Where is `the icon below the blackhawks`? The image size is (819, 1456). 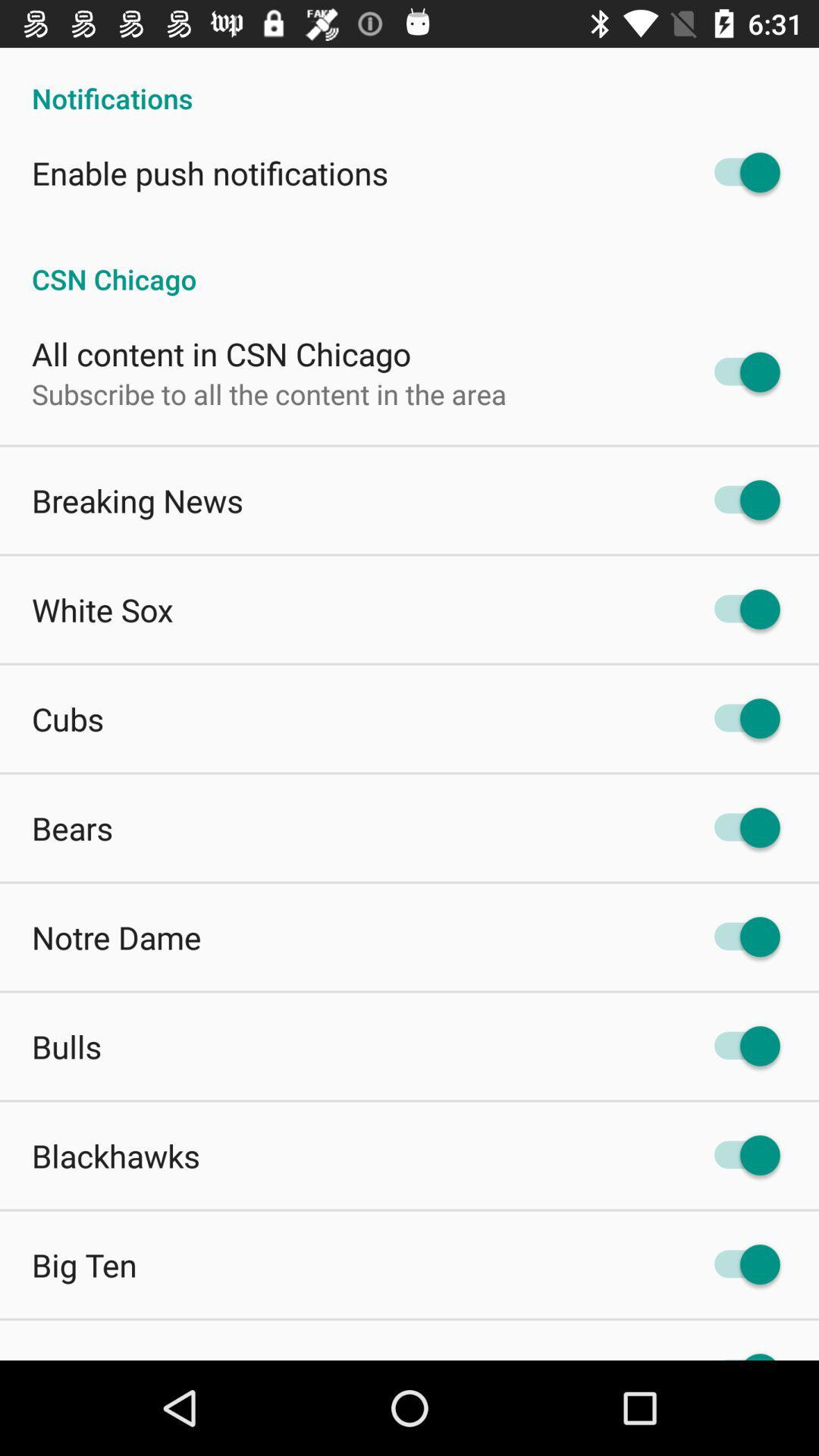
the icon below the blackhawks is located at coordinates (84, 1265).